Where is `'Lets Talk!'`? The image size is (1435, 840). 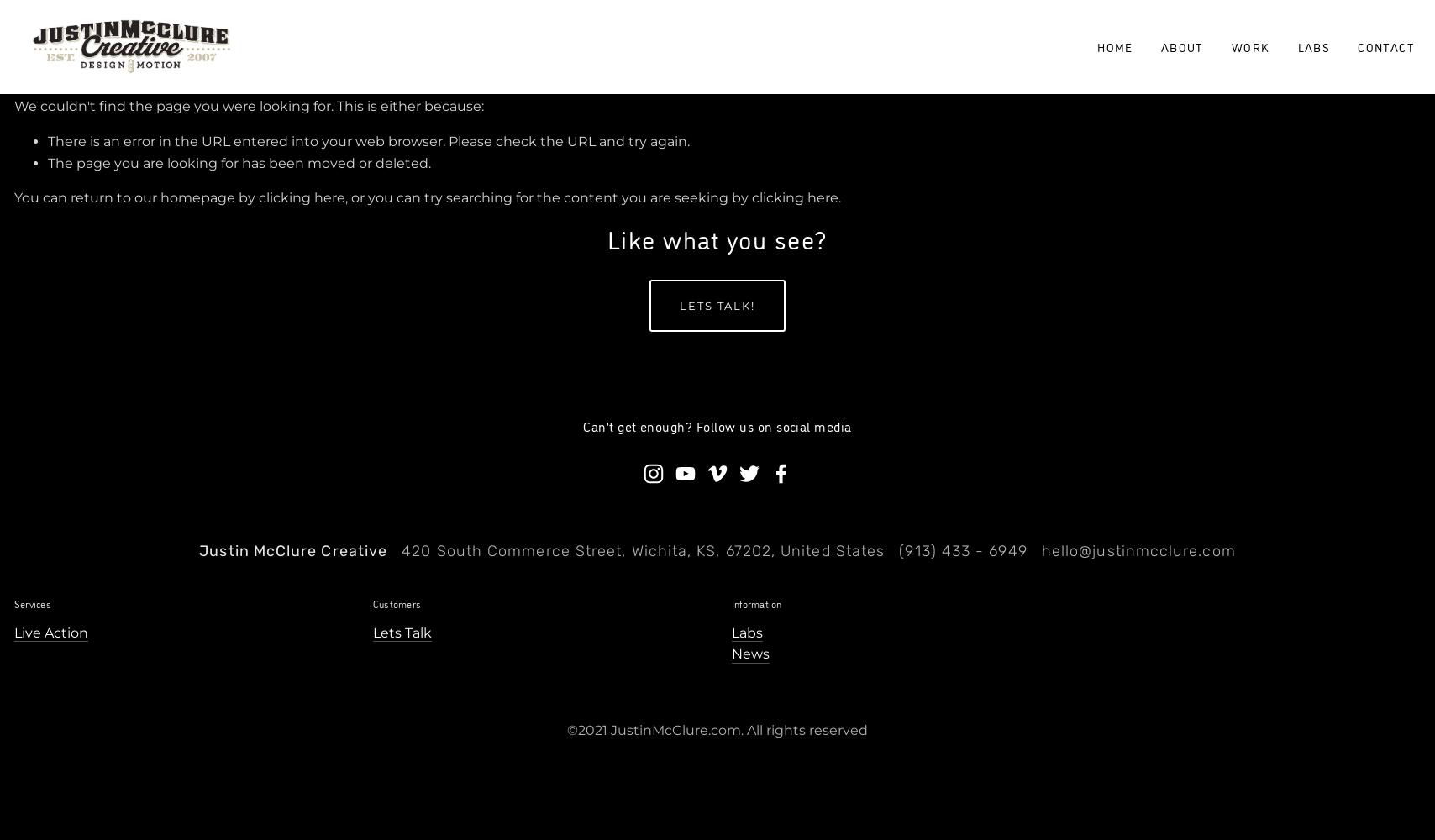 'Lets Talk!' is located at coordinates (717, 304).